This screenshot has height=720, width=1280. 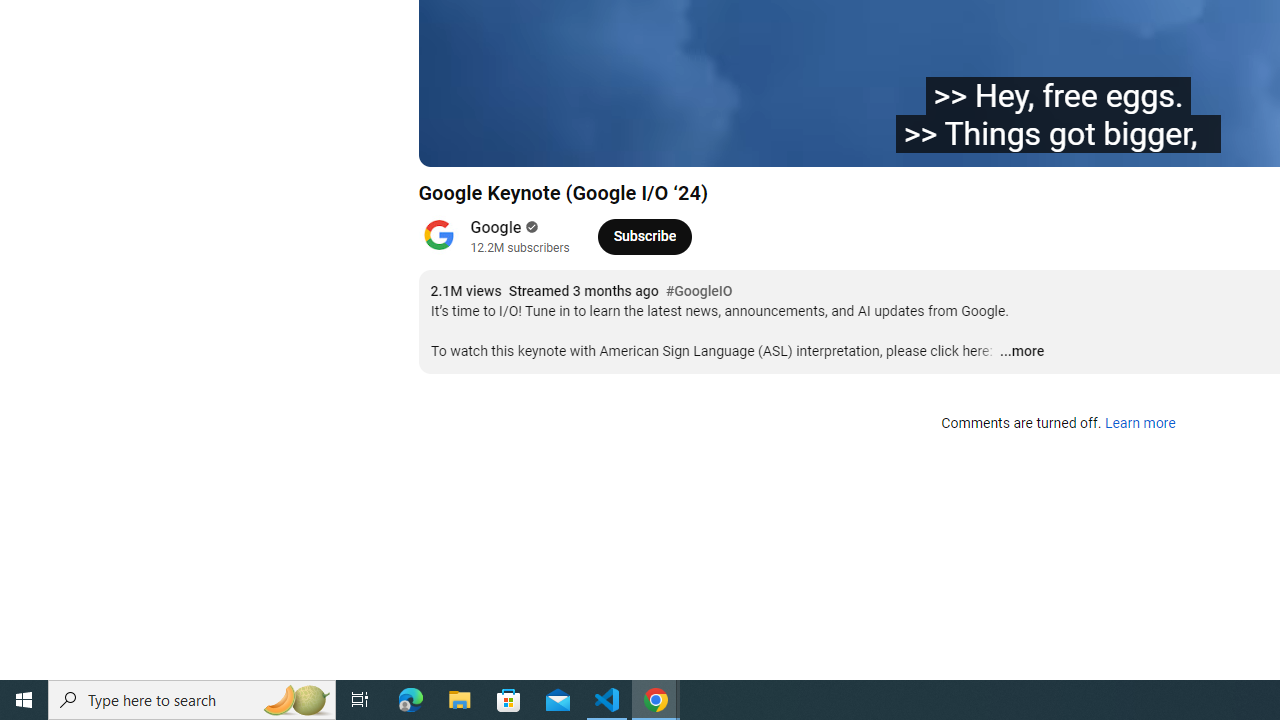 What do you see at coordinates (548, 141) in the screenshot?
I see `'Mute (m)'` at bounding box center [548, 141].